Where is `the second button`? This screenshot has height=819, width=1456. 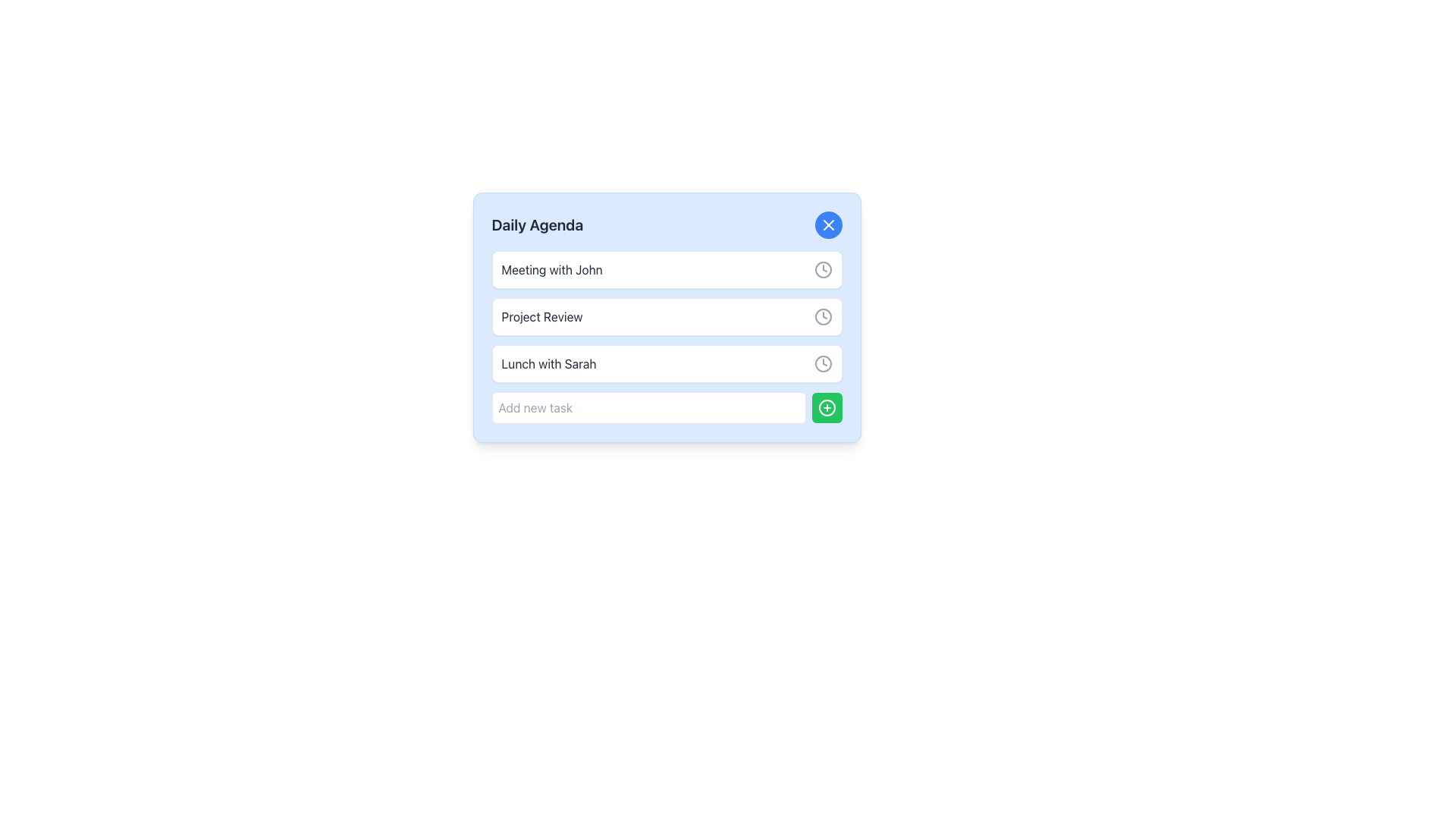
the second button is located at coordinates (826, 406).